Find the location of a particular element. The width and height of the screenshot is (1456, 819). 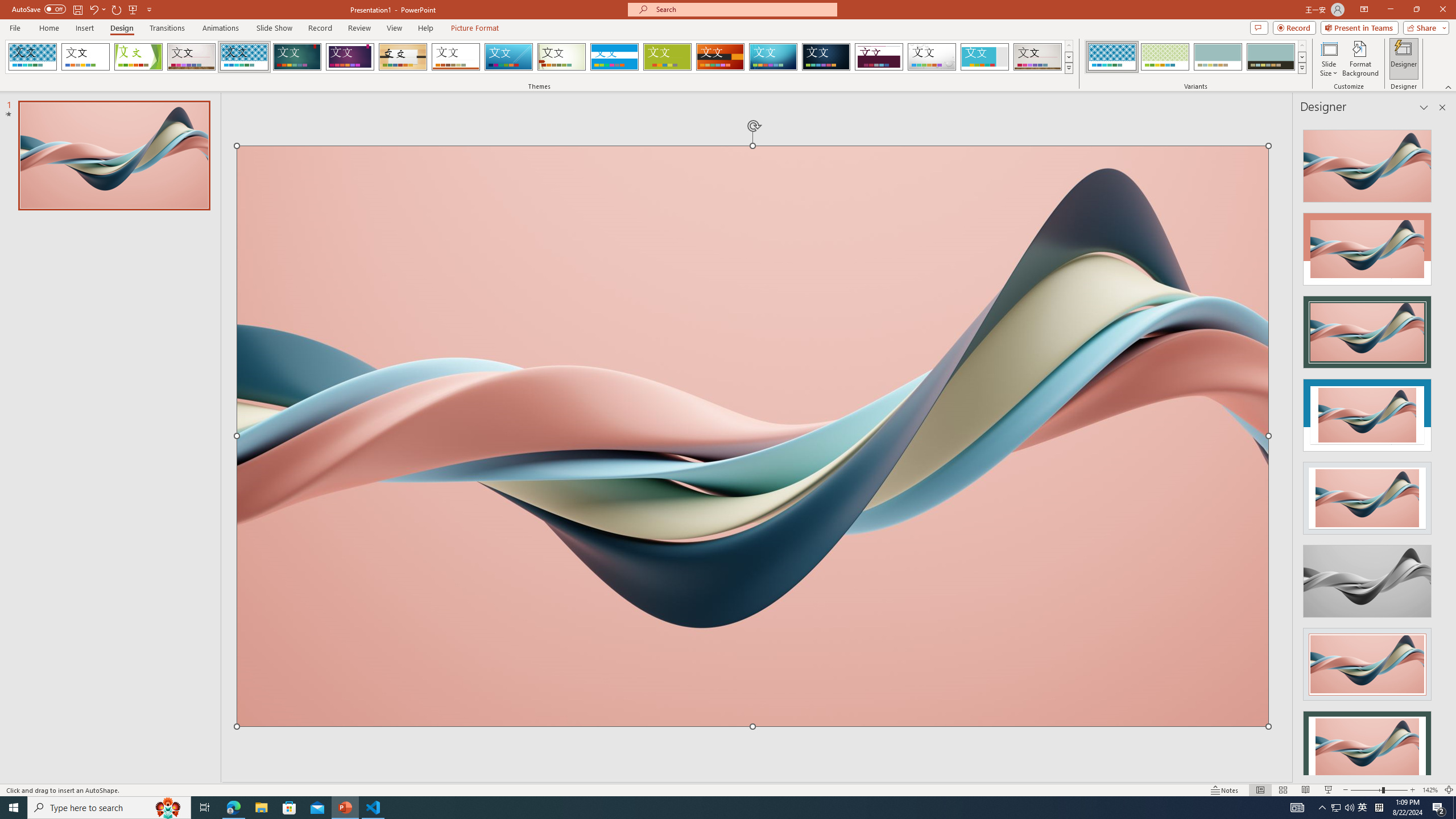

'Office Theme' is located at coordinates (85, 56).